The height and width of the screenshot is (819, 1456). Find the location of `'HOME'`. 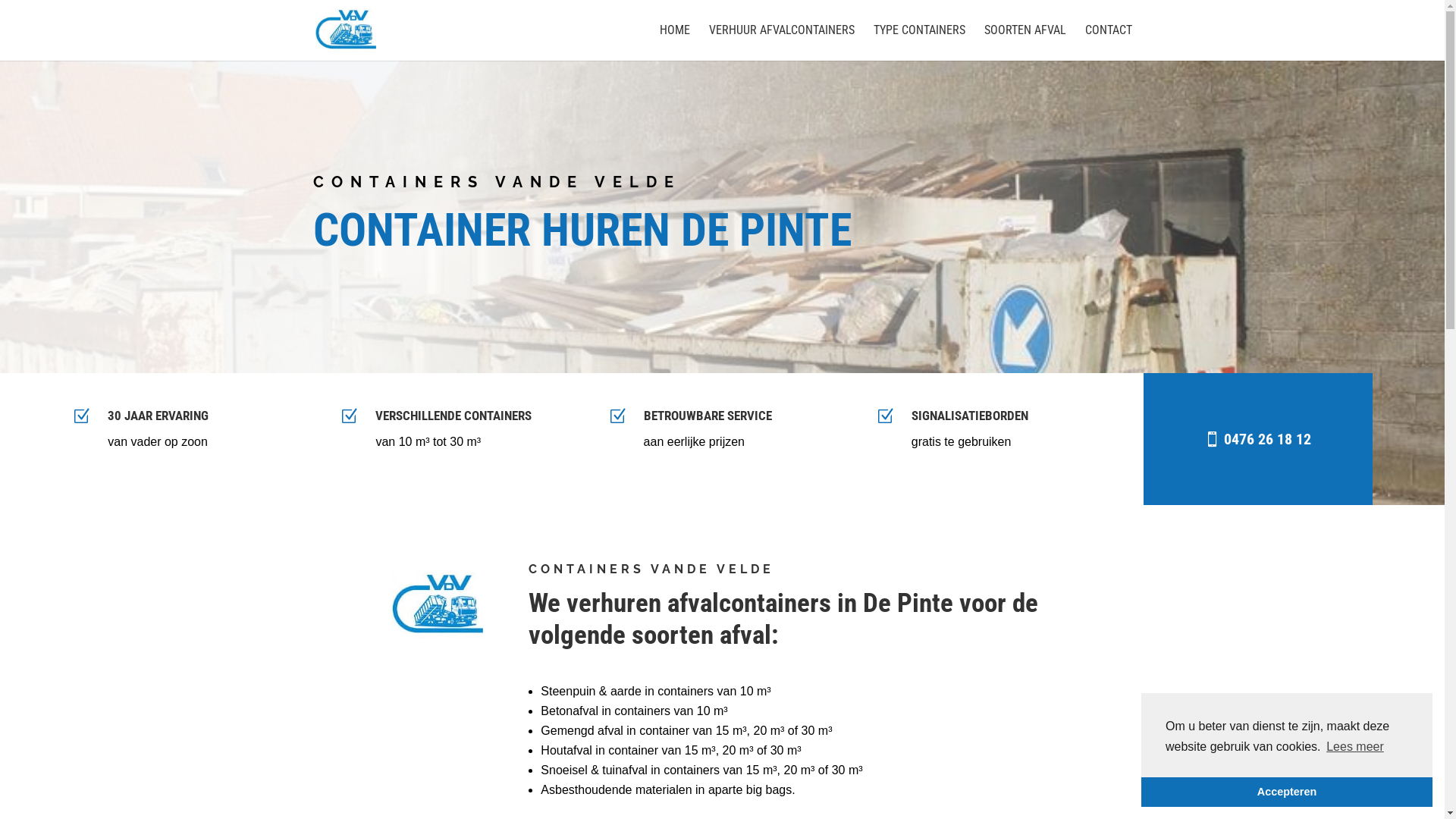

'HOME' is located at coordinates (673, 42).